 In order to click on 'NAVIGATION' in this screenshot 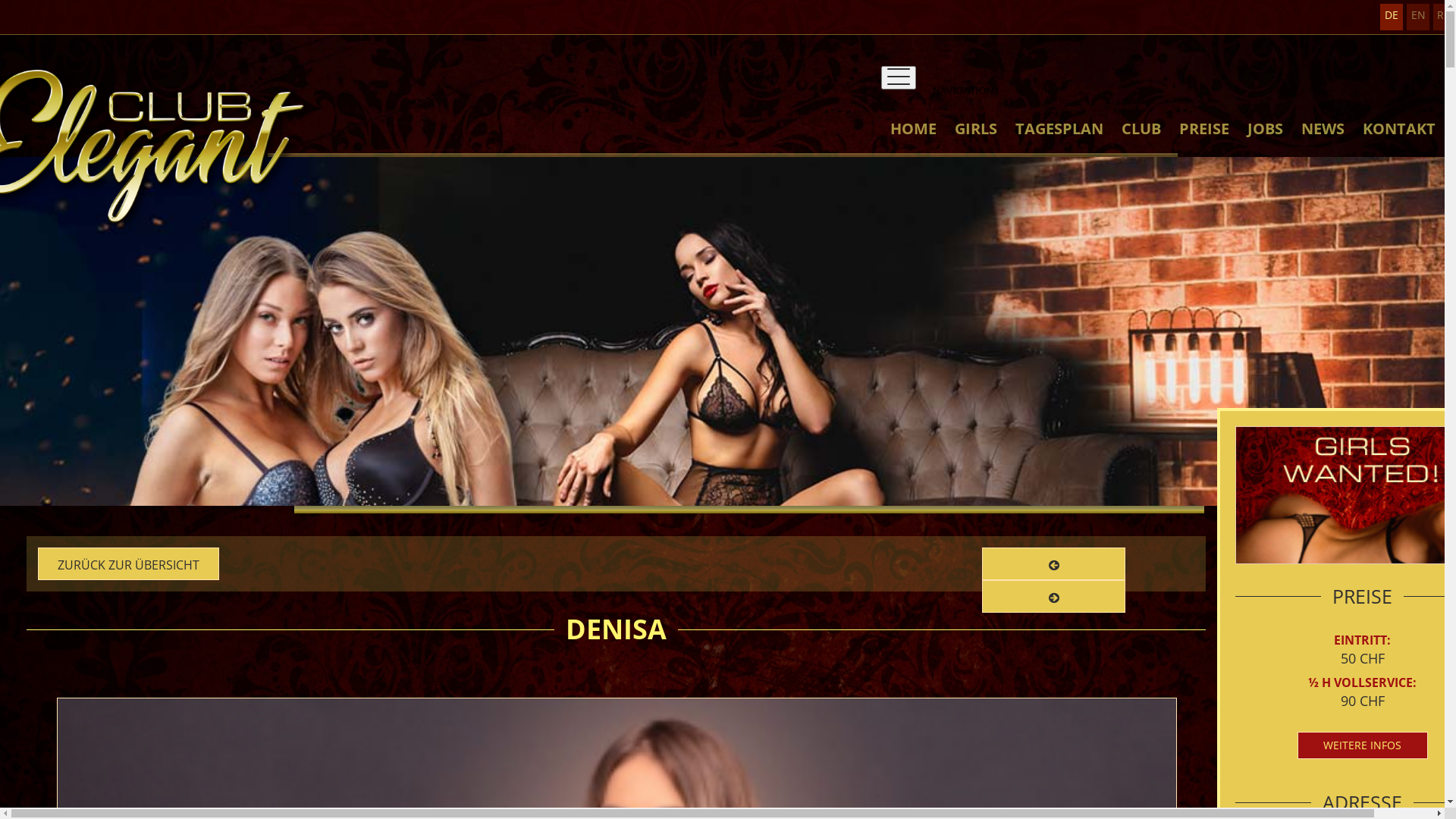, I will do `click(899, 77)`.